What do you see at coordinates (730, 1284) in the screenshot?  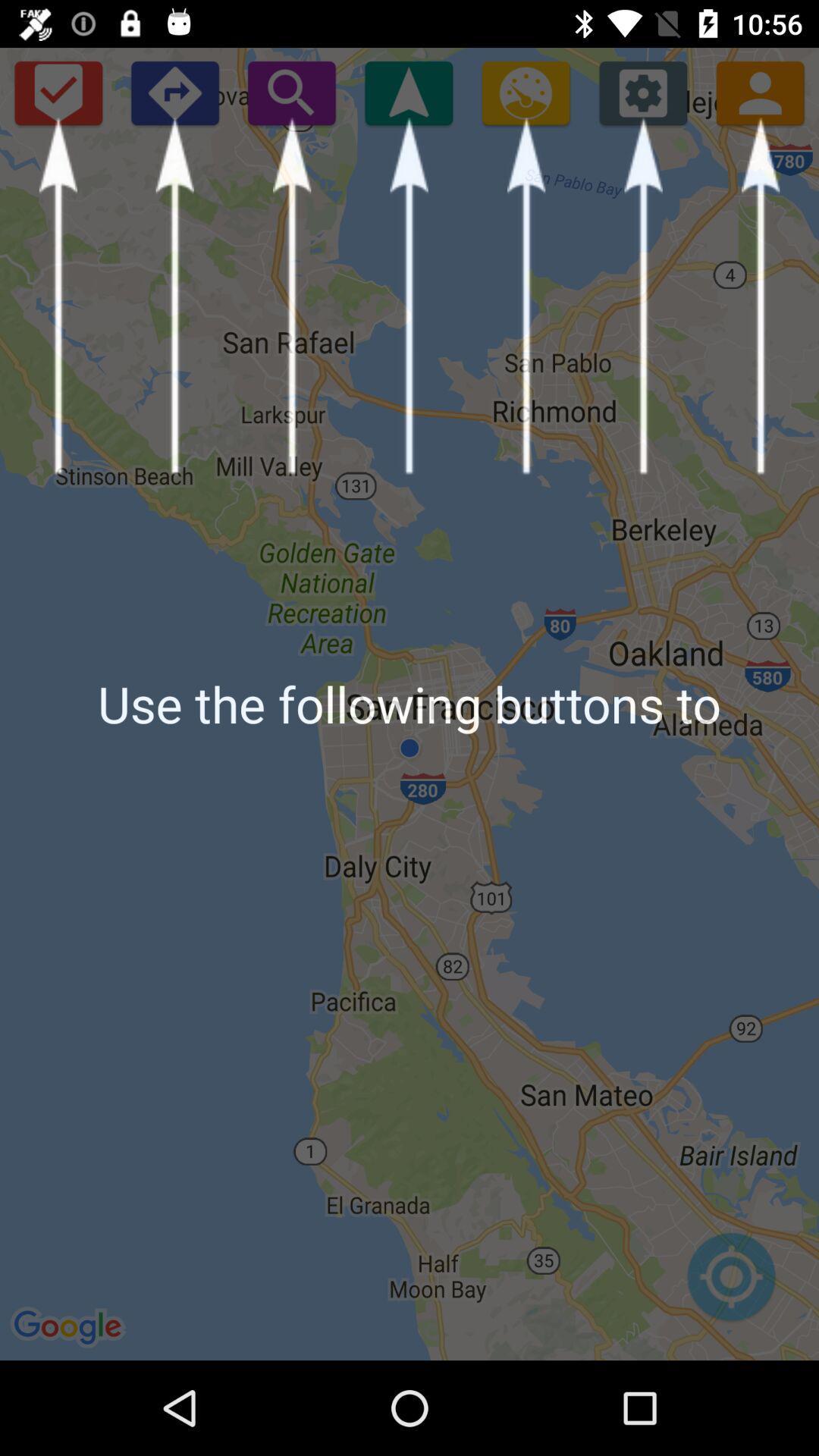 I see `my current location` at bounding box center [730, 1284].